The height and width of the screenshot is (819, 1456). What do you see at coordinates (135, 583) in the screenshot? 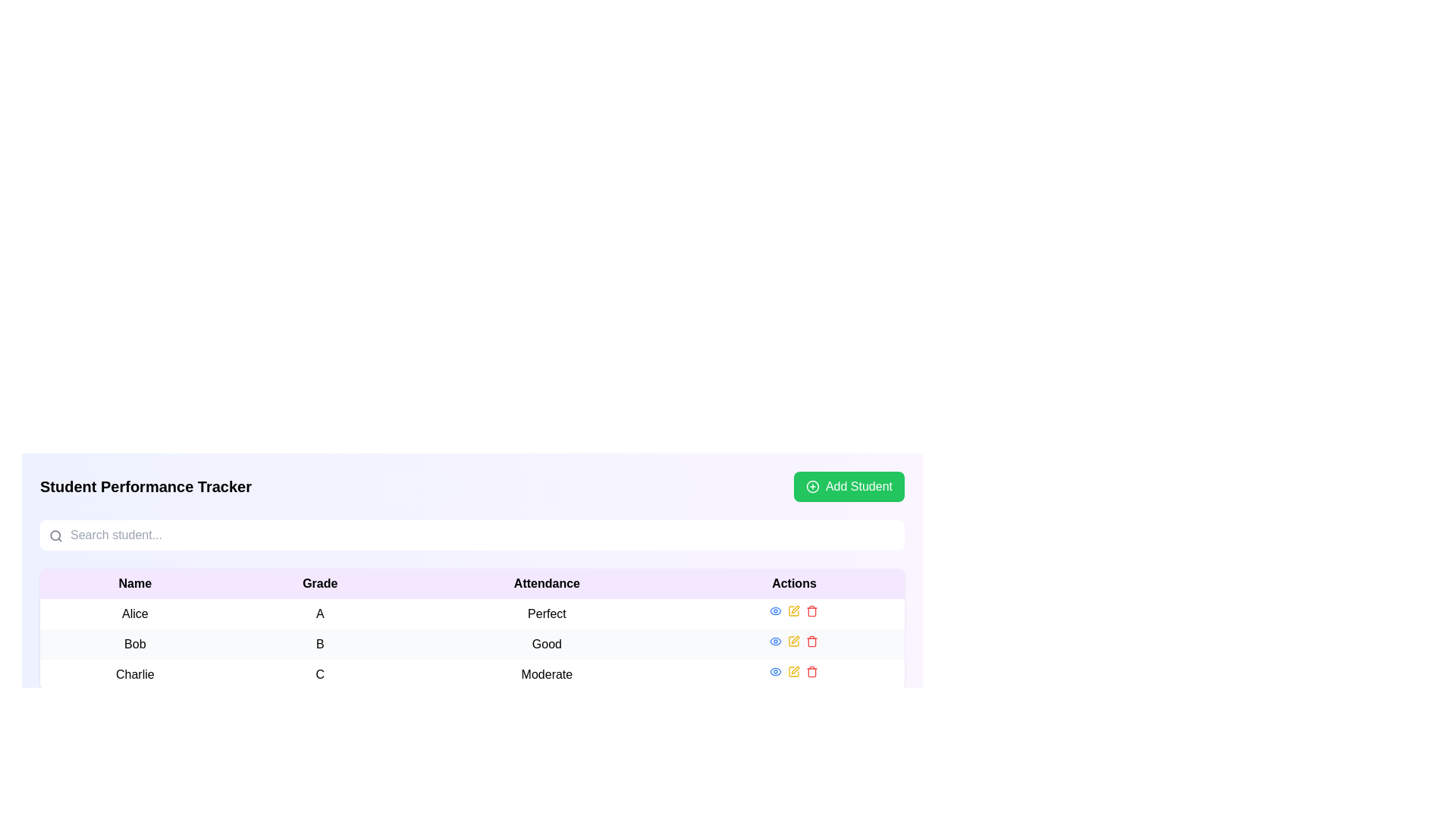
I see `the first column header in the table that signifies names of individuals, located to the far left of the header row, adjacent to the 'Grade' column` at bounding box center [135, 583].